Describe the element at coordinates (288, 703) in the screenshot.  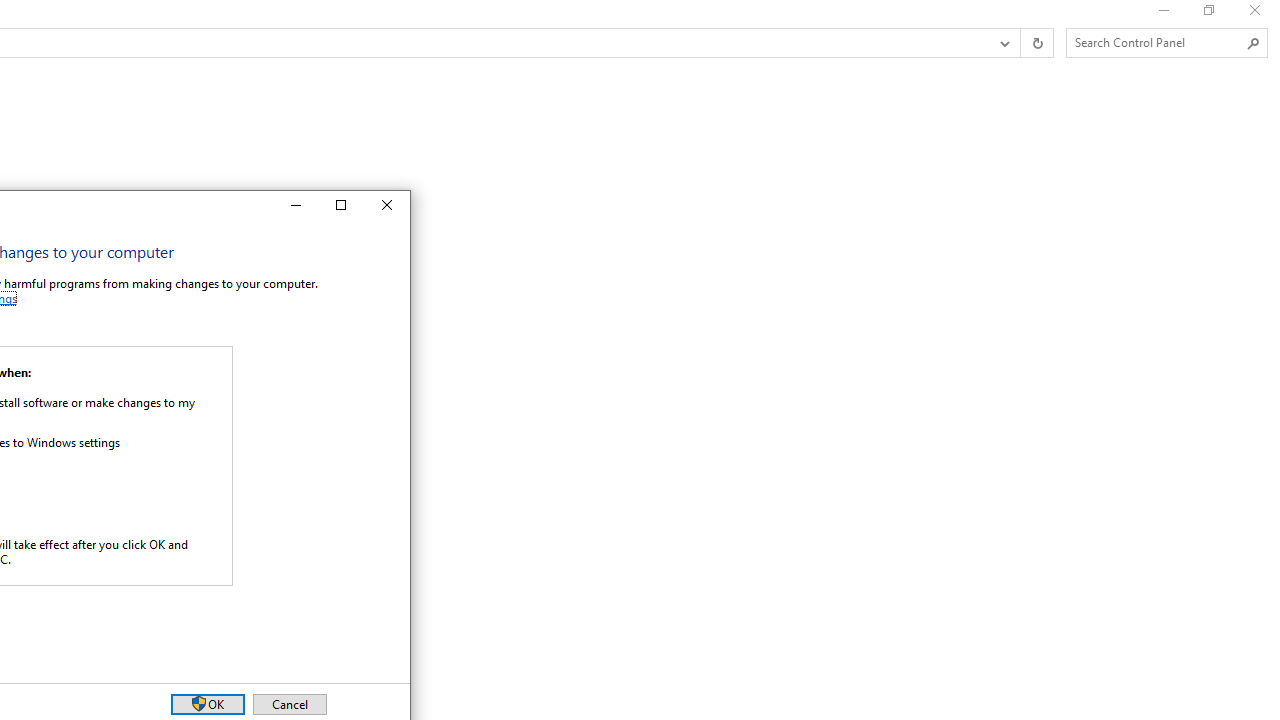
I see `'Cancel'` at that location.